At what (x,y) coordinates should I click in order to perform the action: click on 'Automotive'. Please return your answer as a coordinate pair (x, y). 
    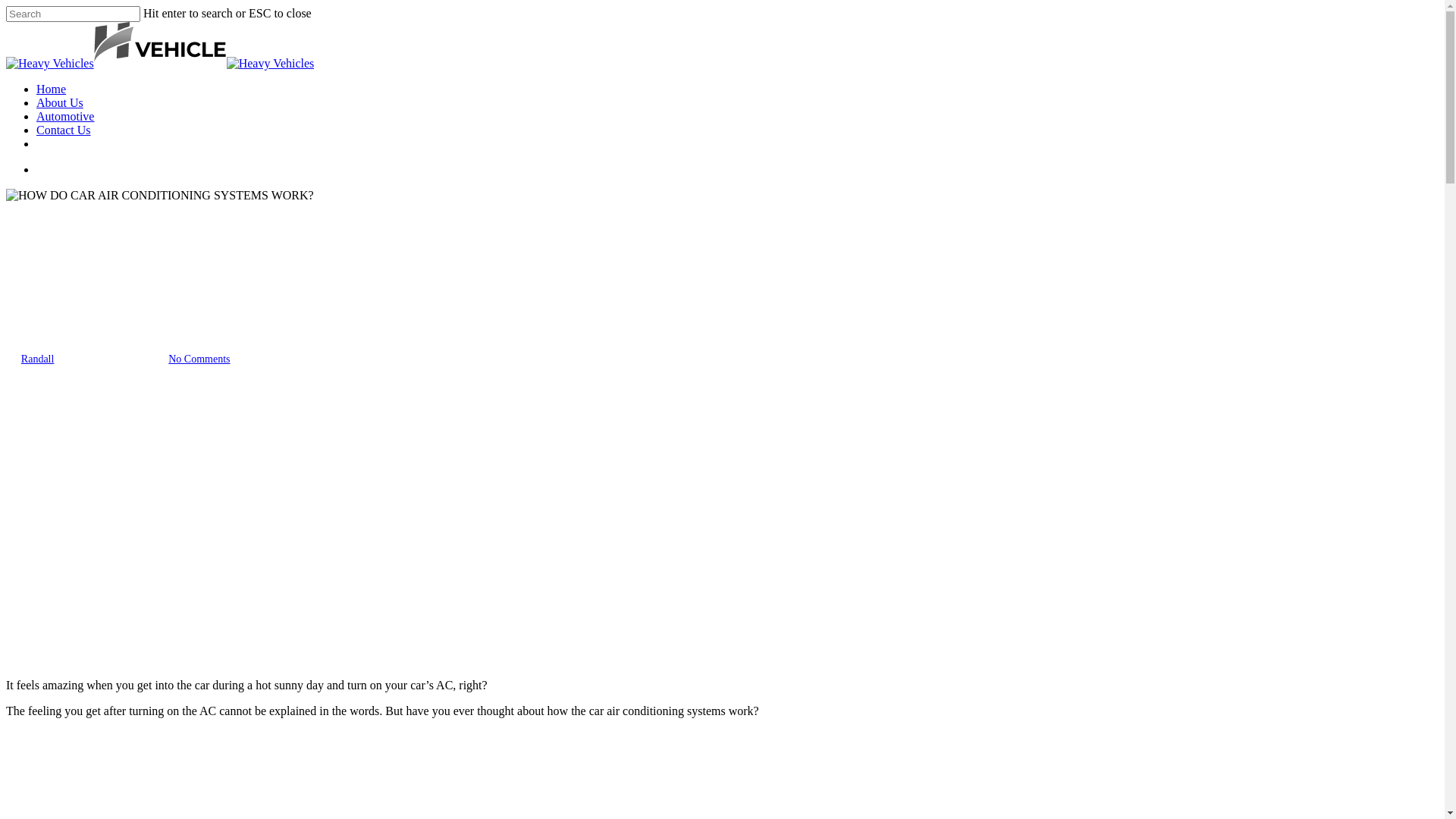
    Looking at the image, I should click on (64, 115).